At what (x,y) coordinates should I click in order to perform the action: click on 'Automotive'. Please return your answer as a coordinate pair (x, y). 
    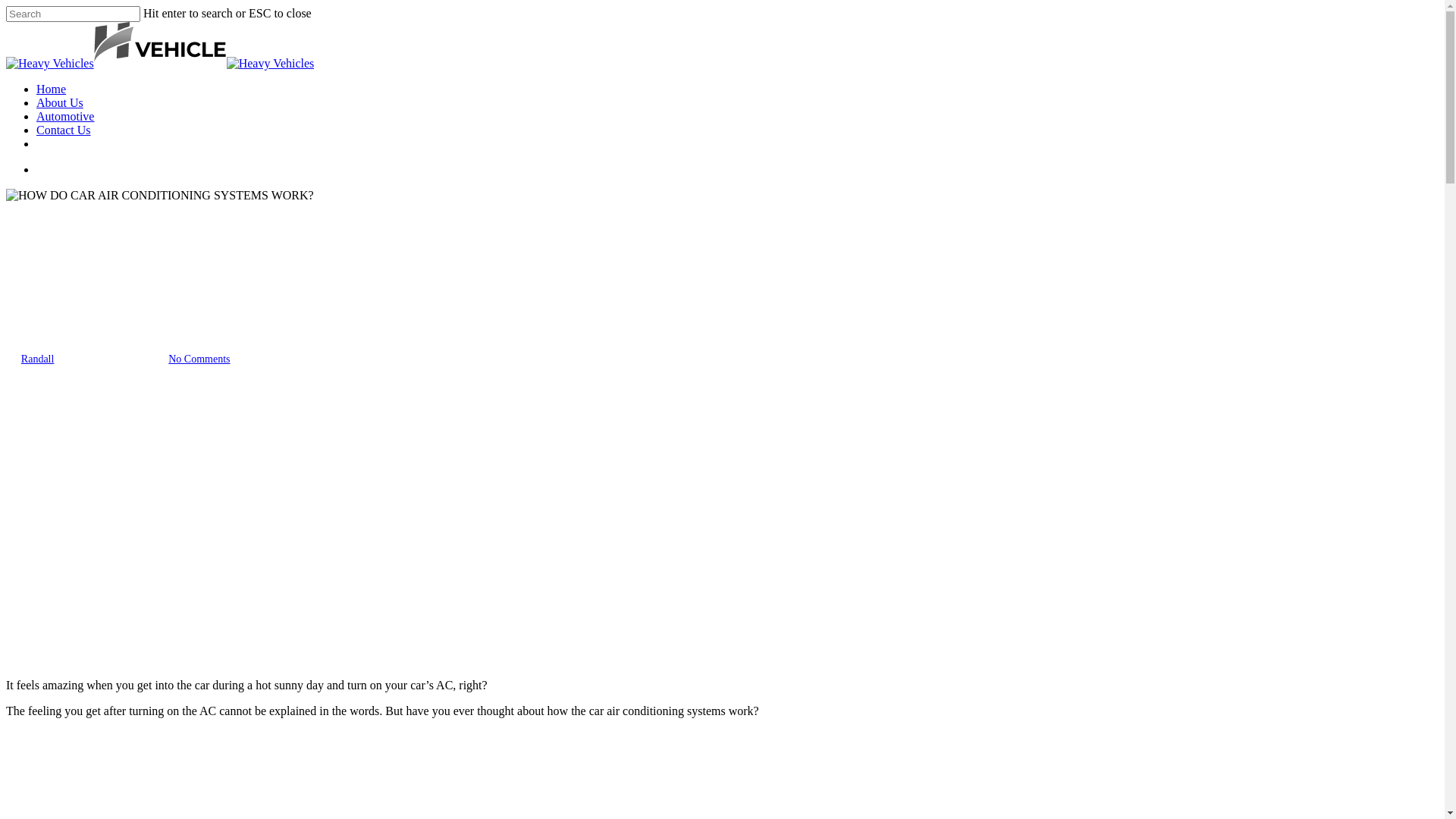
    Looking at the image, I should click on (64, 115).